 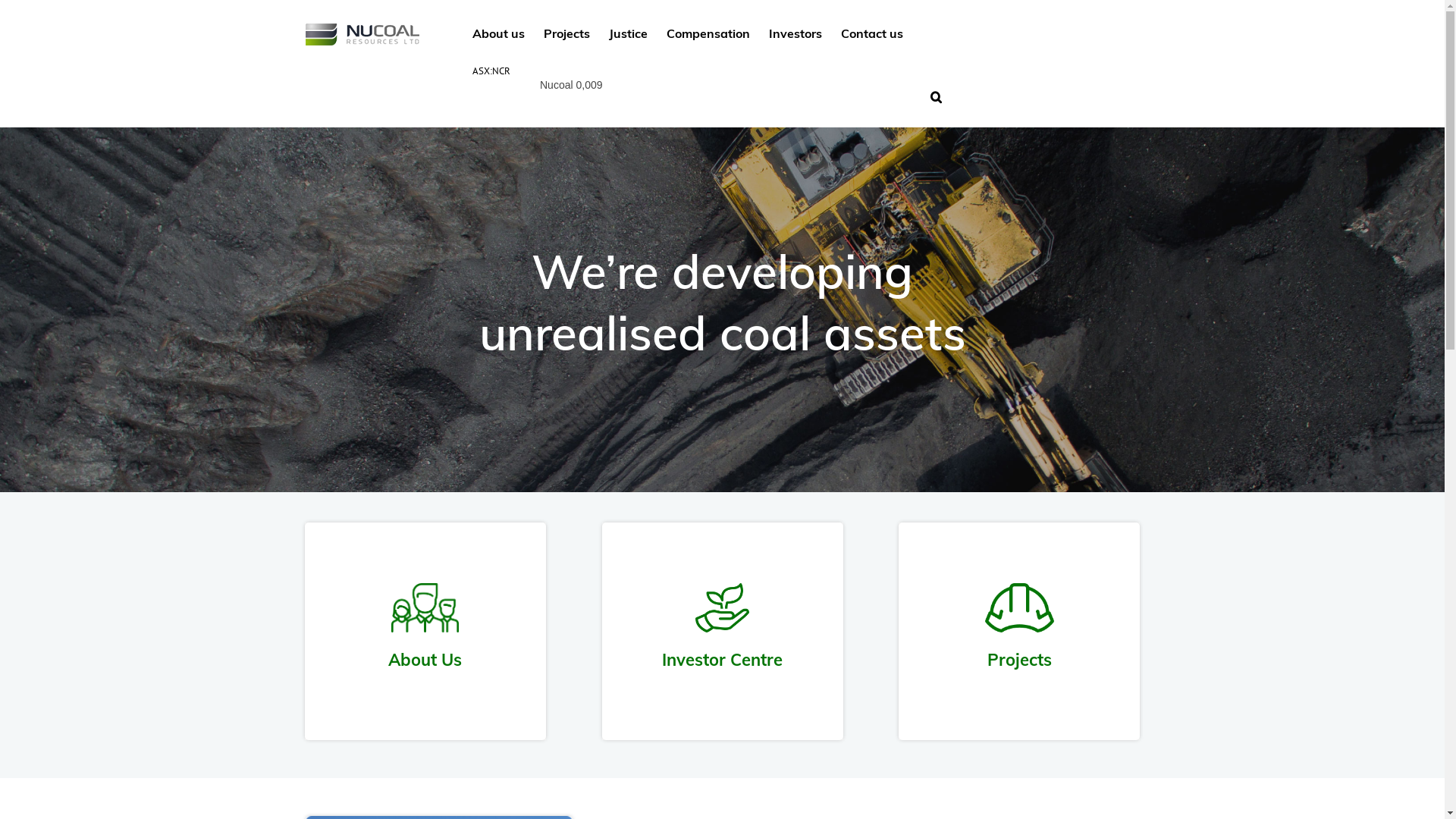 What do you see at coordinates (1019, 607) in the screenshot?
I see `'Hardhat-icon-green'` at bounding box center [1019, 607].